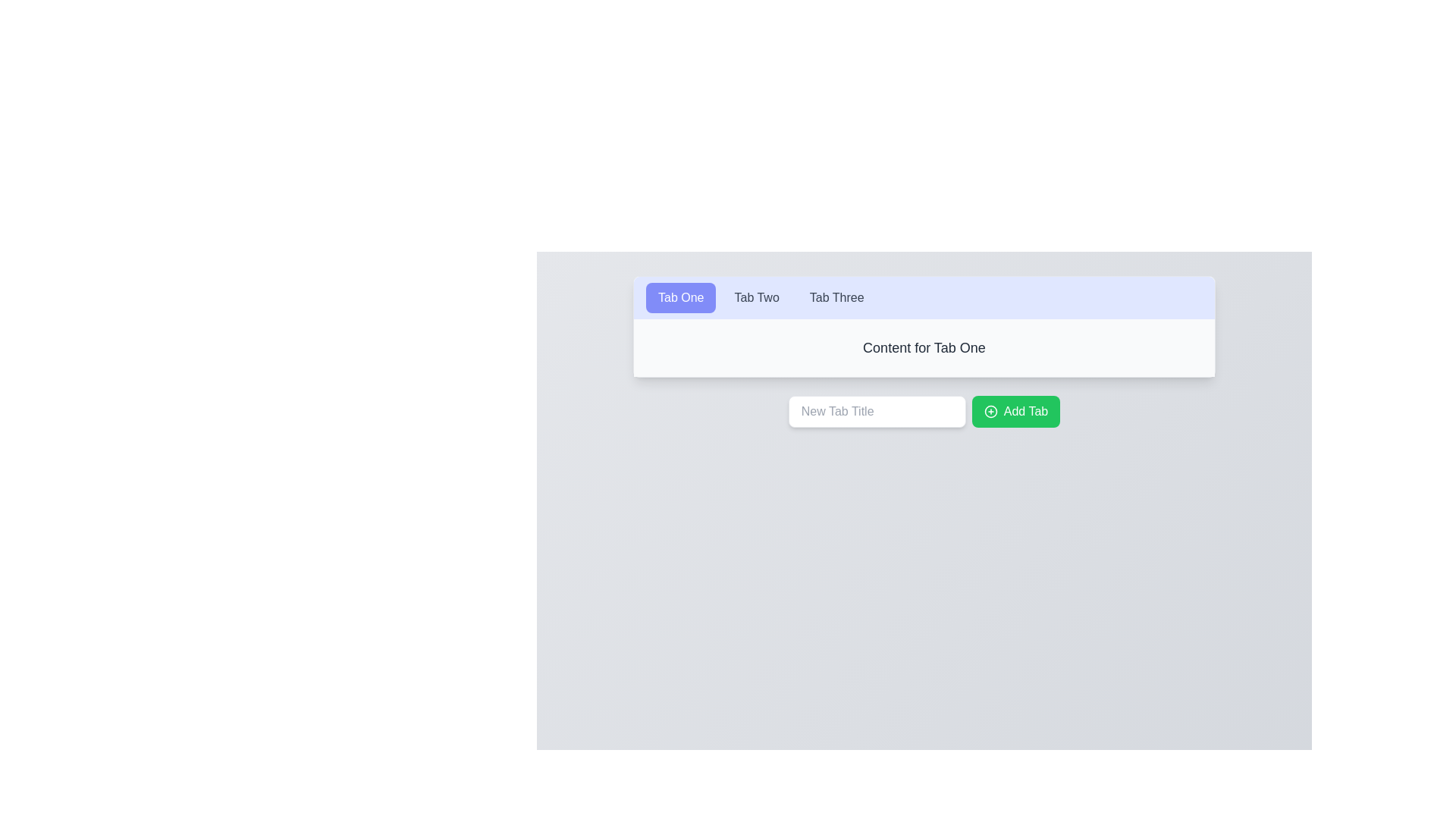 This screenshot has width=1456, height=819. I want to click on the input field to focus it for editing, so click(877, 412).